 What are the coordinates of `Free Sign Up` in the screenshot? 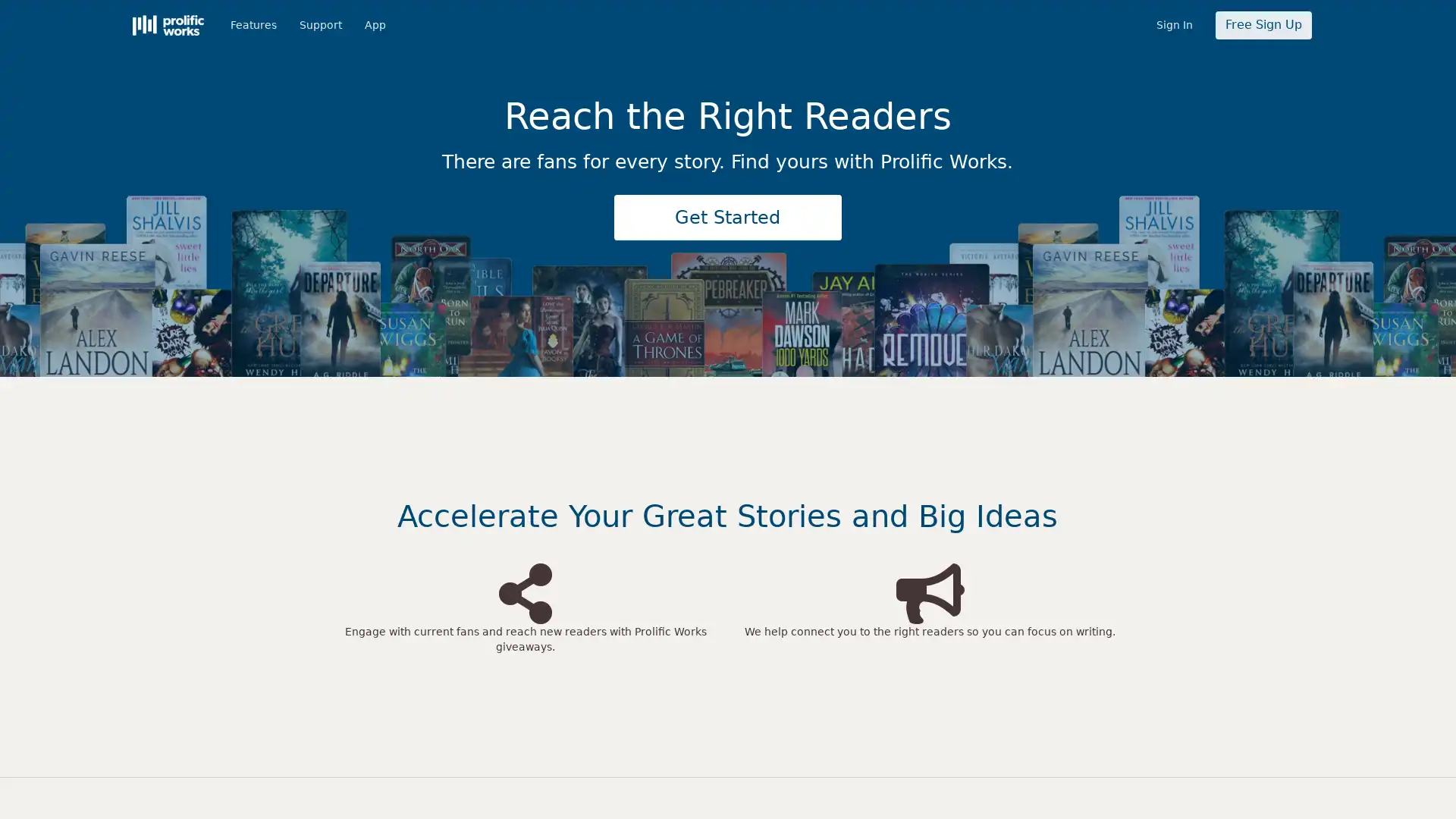 It's located at (1263, 25).